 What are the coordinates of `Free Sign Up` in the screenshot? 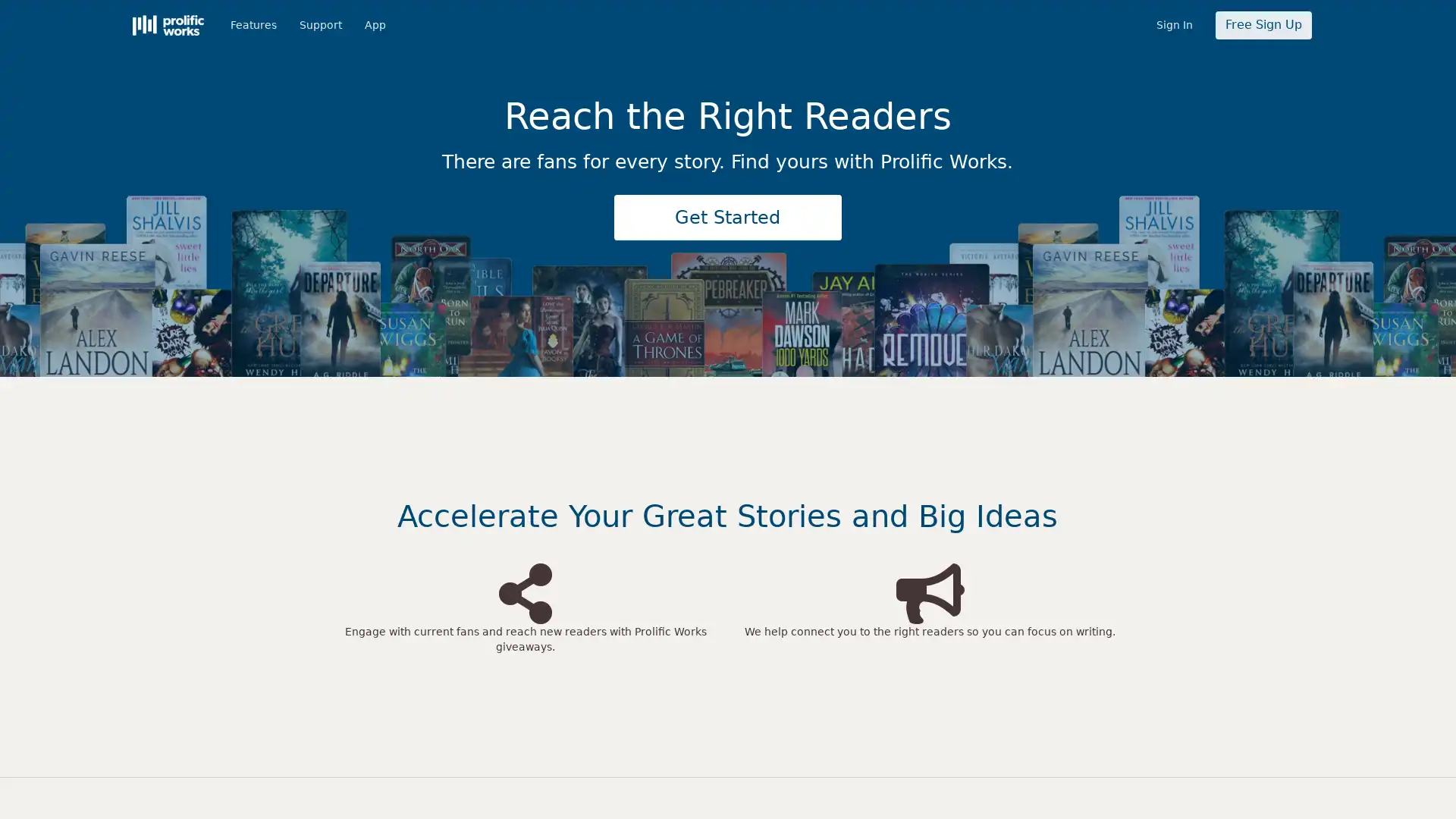 It's located at (1263, 25).